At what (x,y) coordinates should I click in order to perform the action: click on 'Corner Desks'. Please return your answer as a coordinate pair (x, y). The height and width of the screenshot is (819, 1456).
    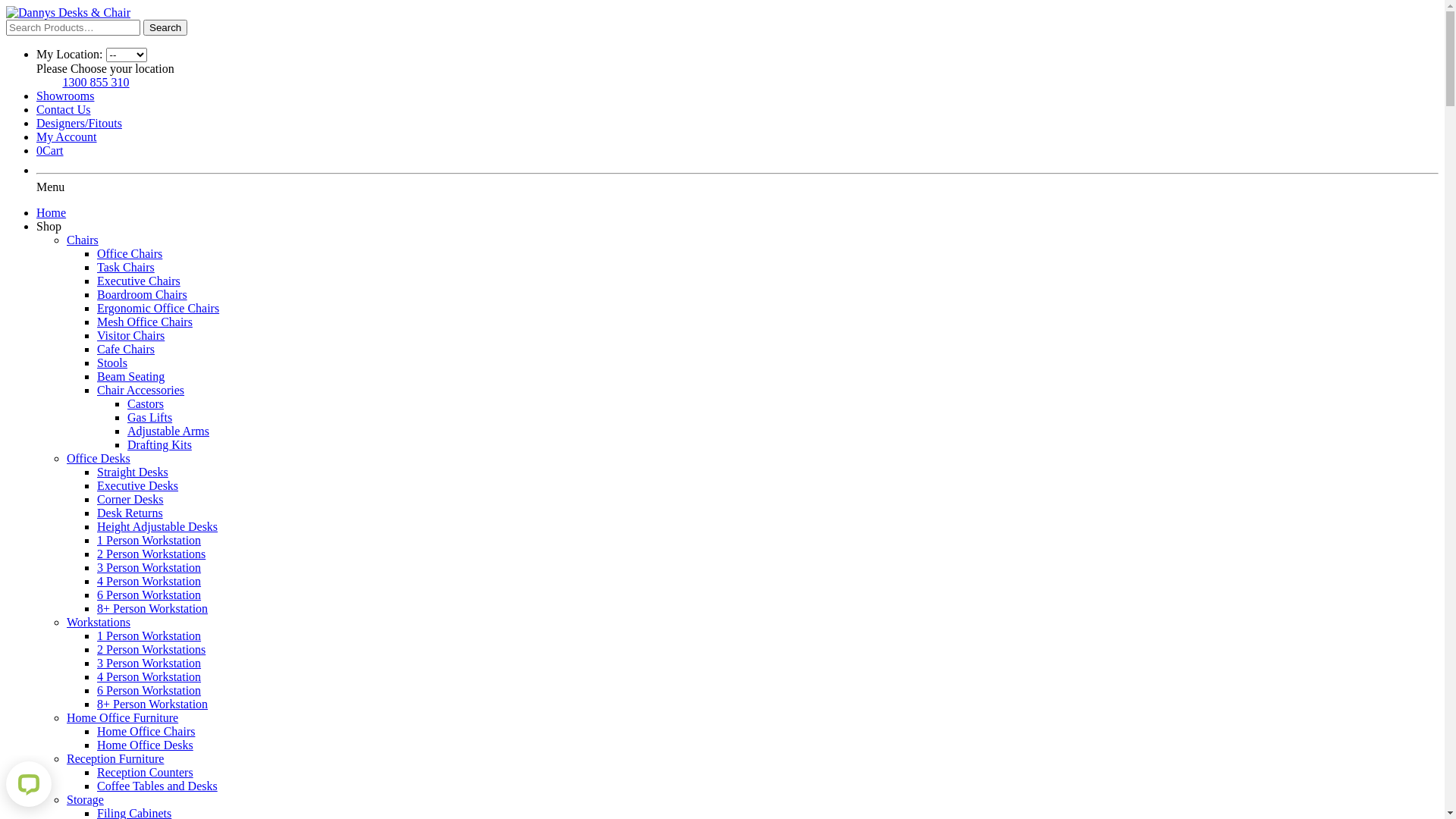
    Looking at the image, I should click on (130, 499).